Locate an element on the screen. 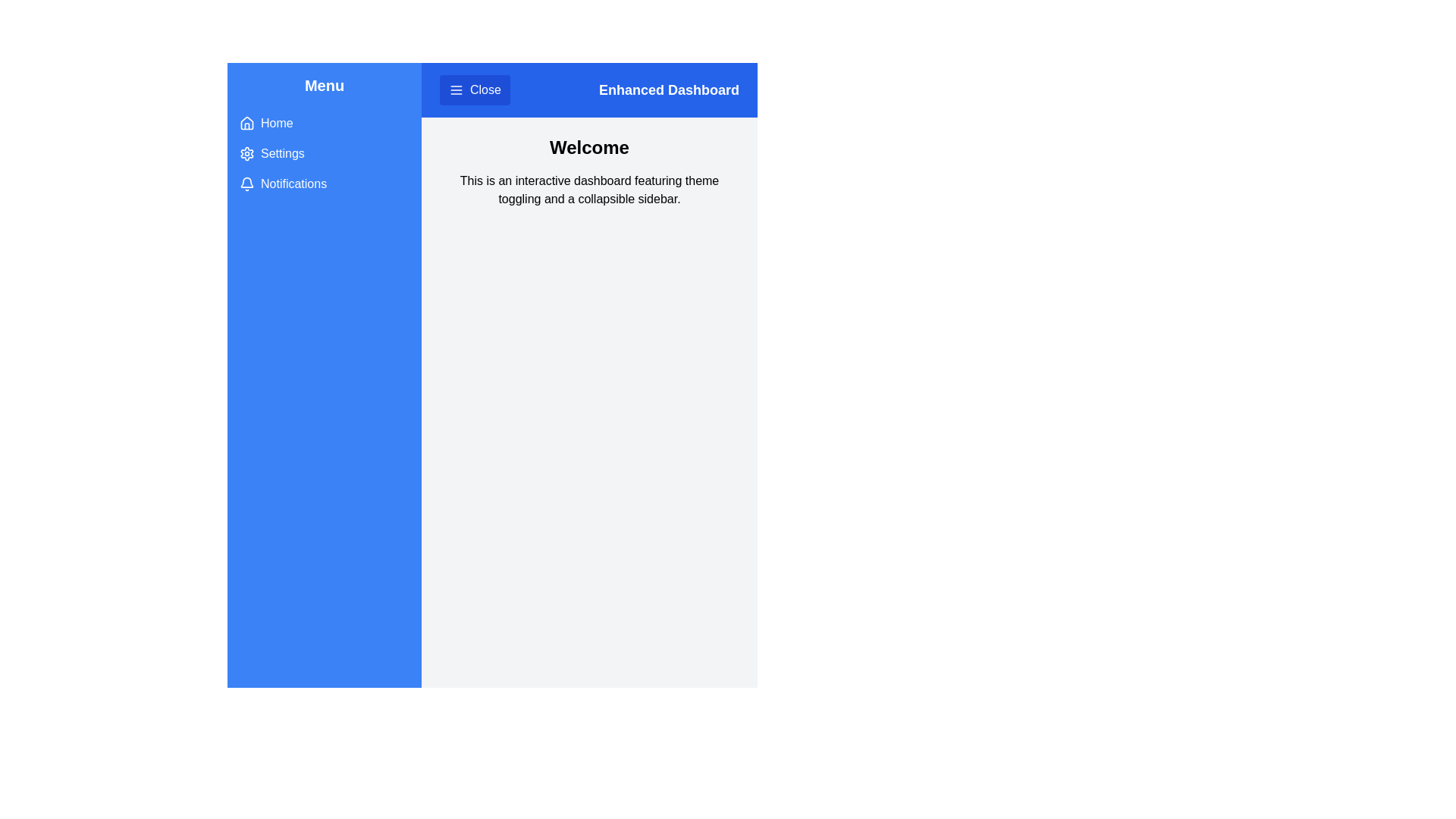  the 'Home' icon located at the top of the vertical navigation list on the left side of the interface is located at coordinates (247, 122).